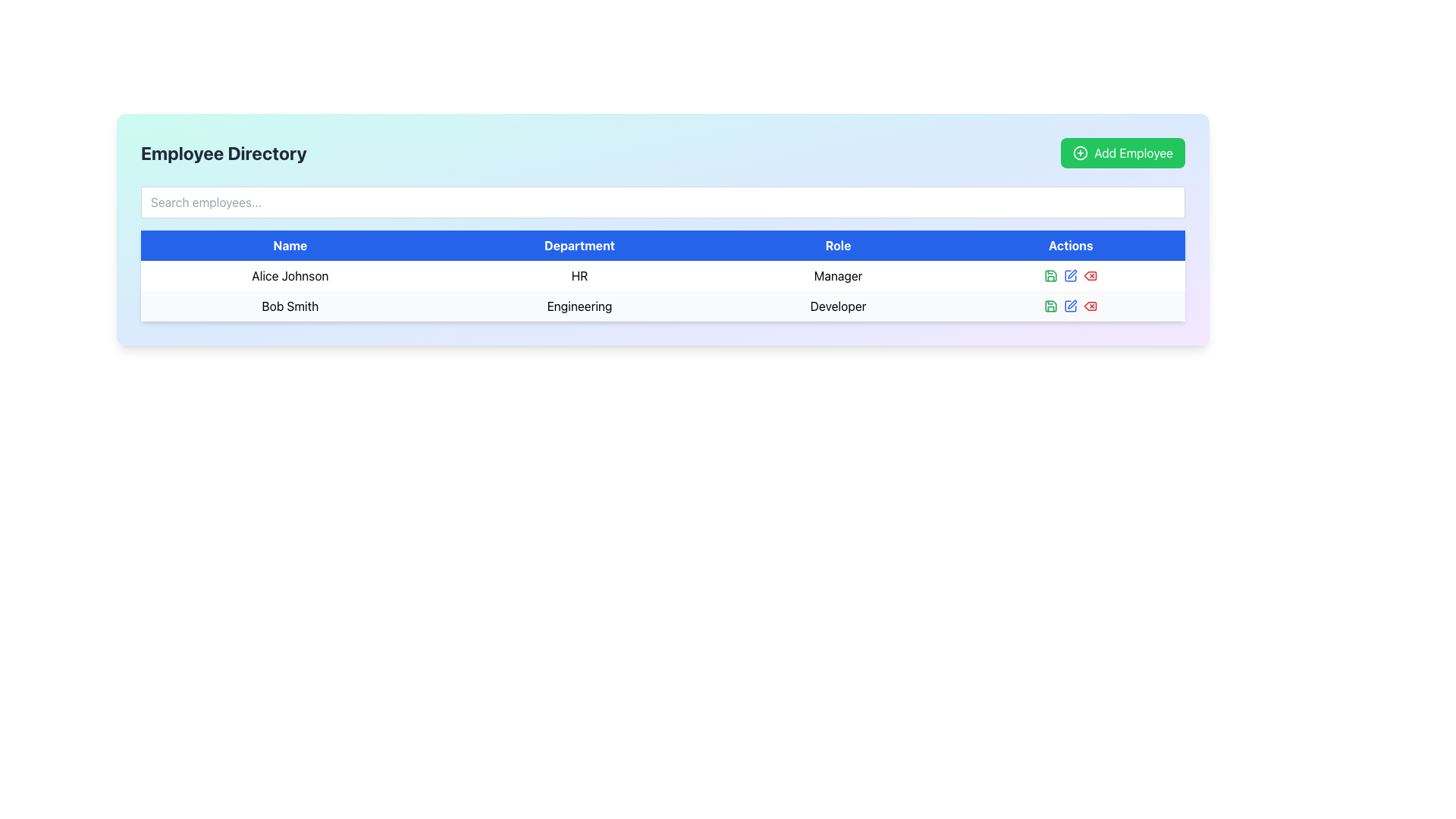 The width and height of the screenshot is (1456, 819). Describe the element at coordinates (290, 275) in the screenshot. I see `the text label 'Alice Johnson' located in the first row under the 'Name' column of the table` at that location.